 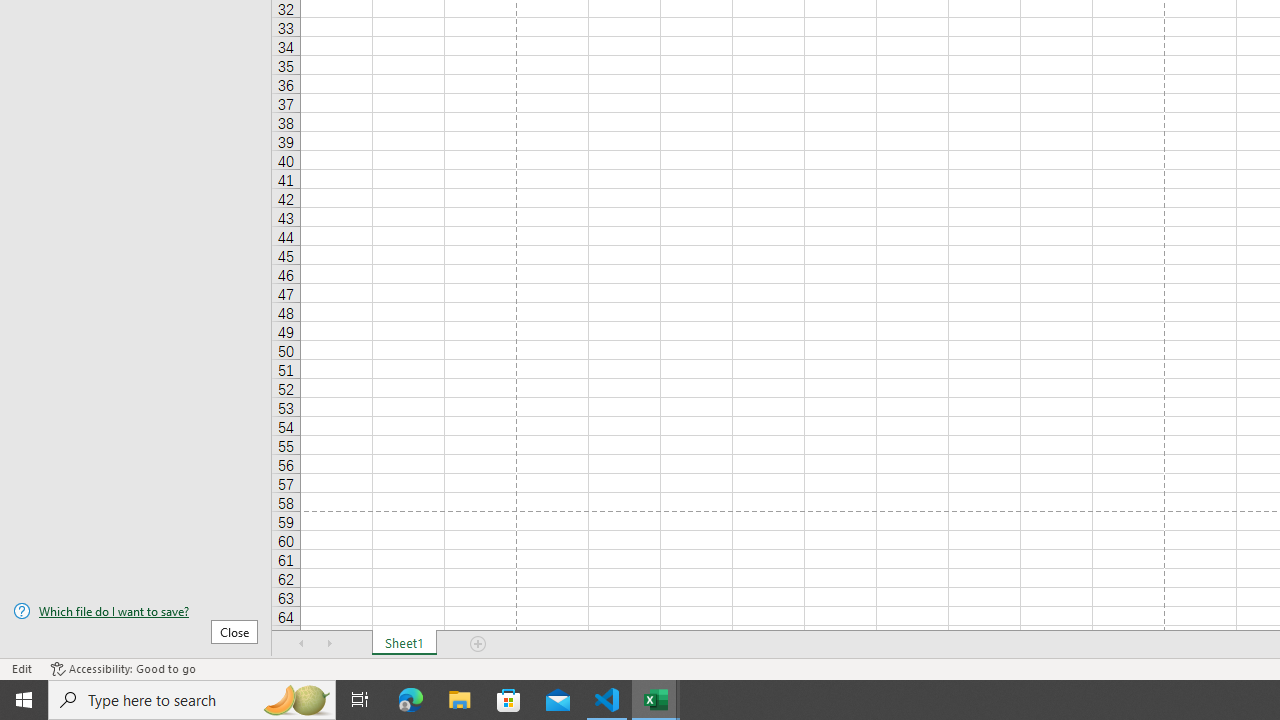 I want to click on 'Visual Studio Code - 1 running window', so click(x=606, y=698).